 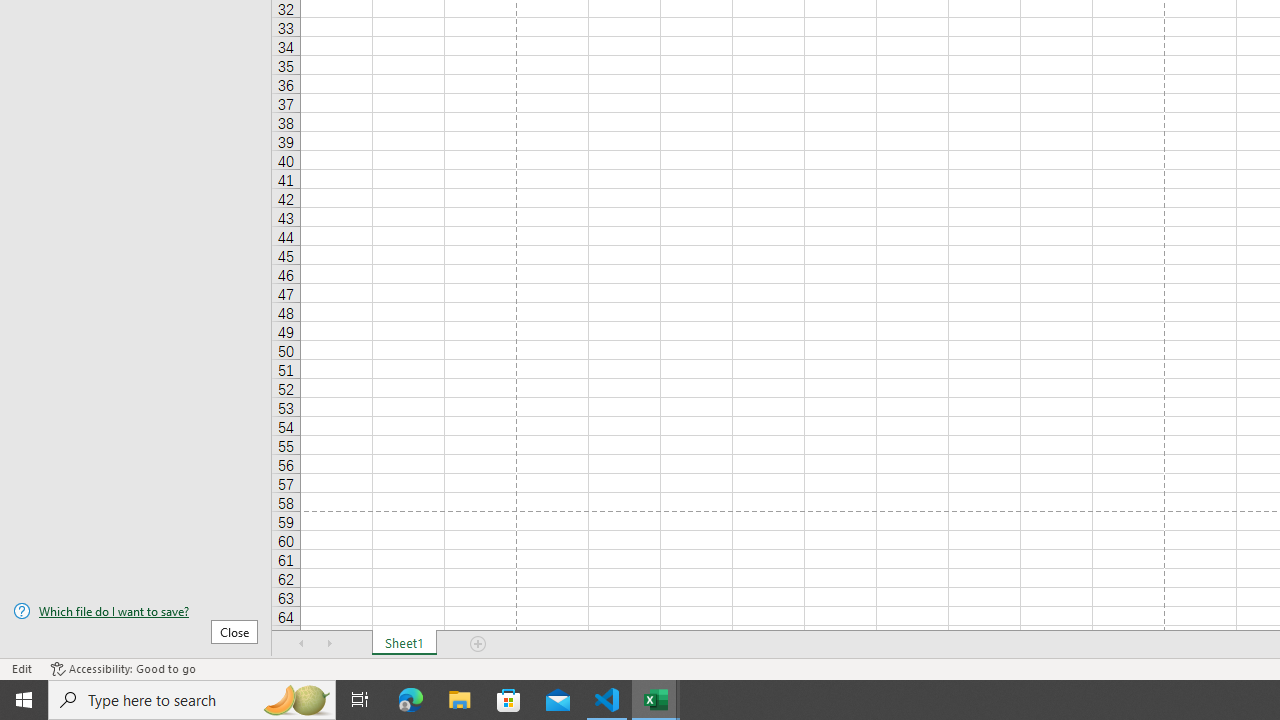 I want to click on 'Visual Studio Code - 1 running window', so click(x=606, y=698).